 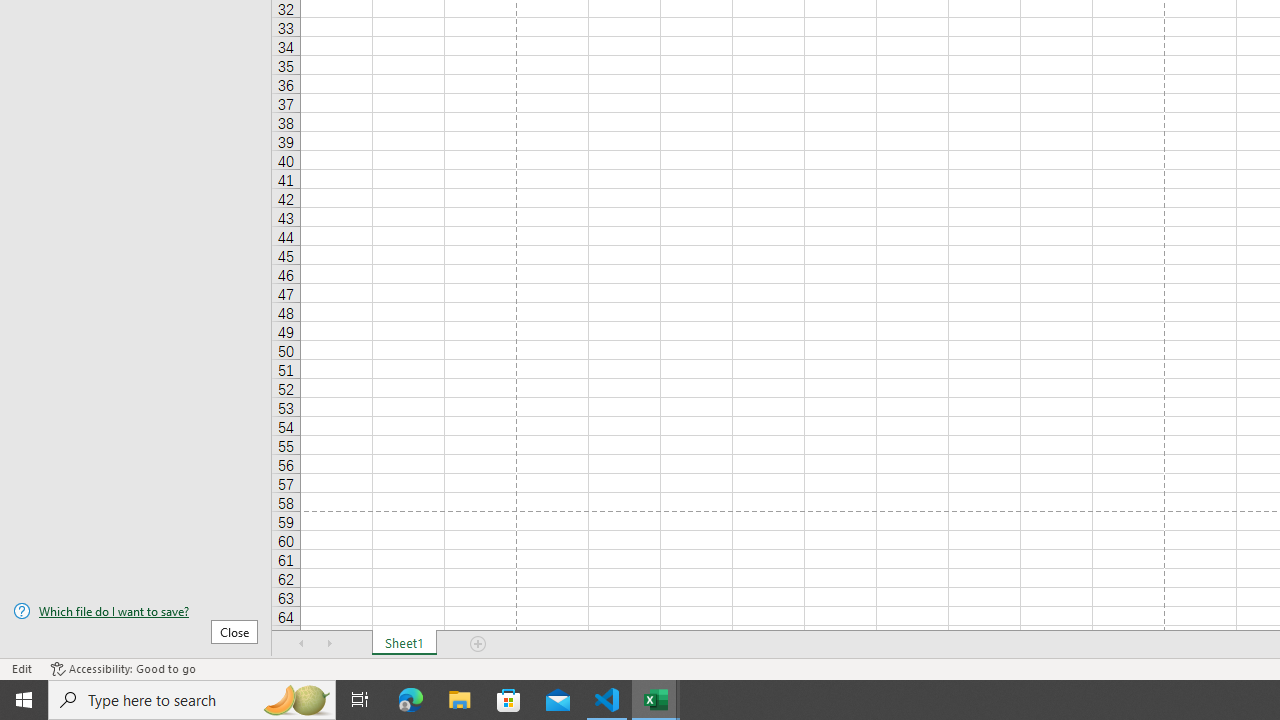 I want to click on 'Visual Studio Code - 1 running window', so click(x=606, y=698).